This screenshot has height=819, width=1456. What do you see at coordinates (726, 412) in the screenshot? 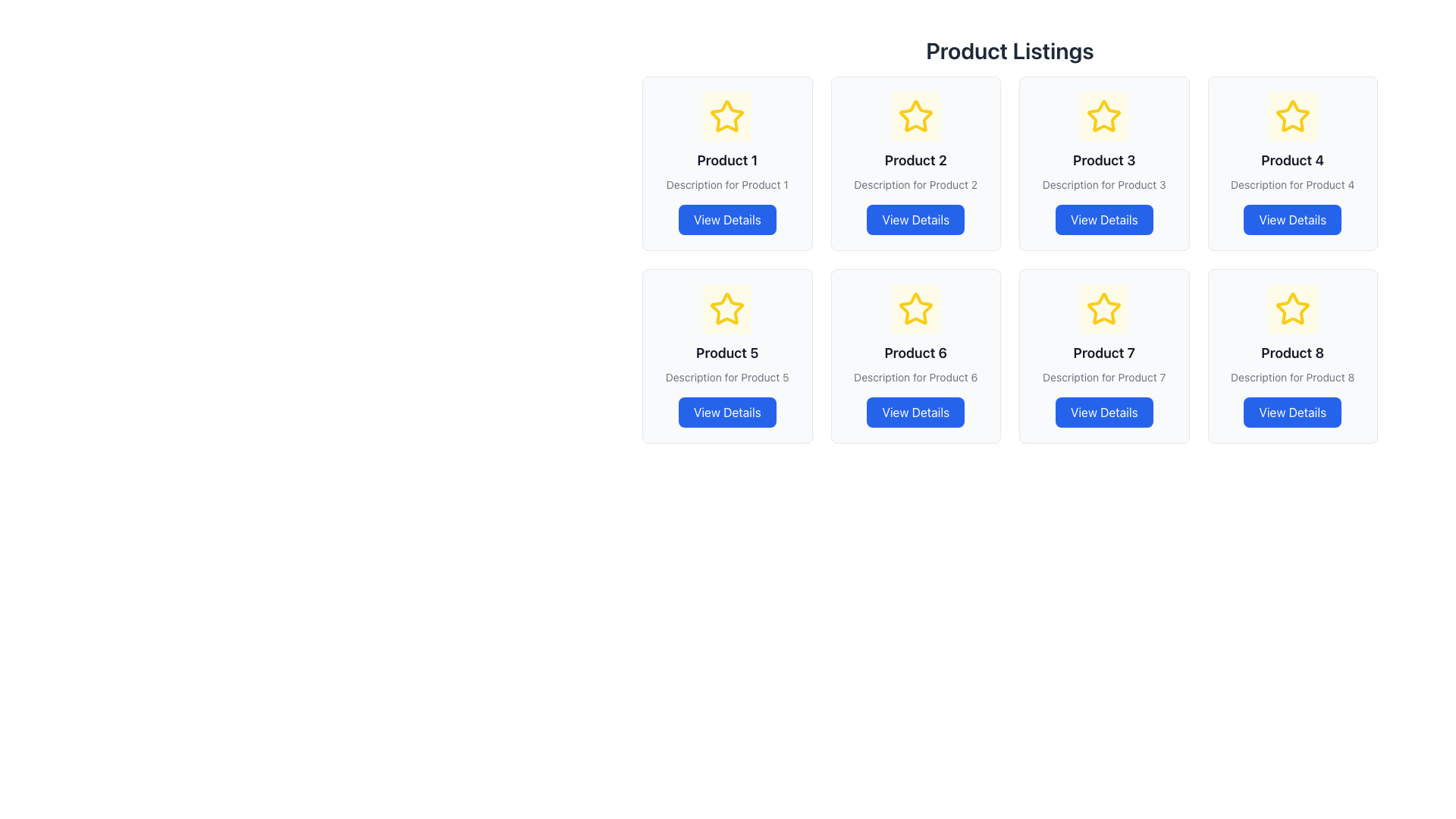
I see `the button located centrally within the 'Product 5' card, positioned beneath the description text` at bounding box center [726, 412].